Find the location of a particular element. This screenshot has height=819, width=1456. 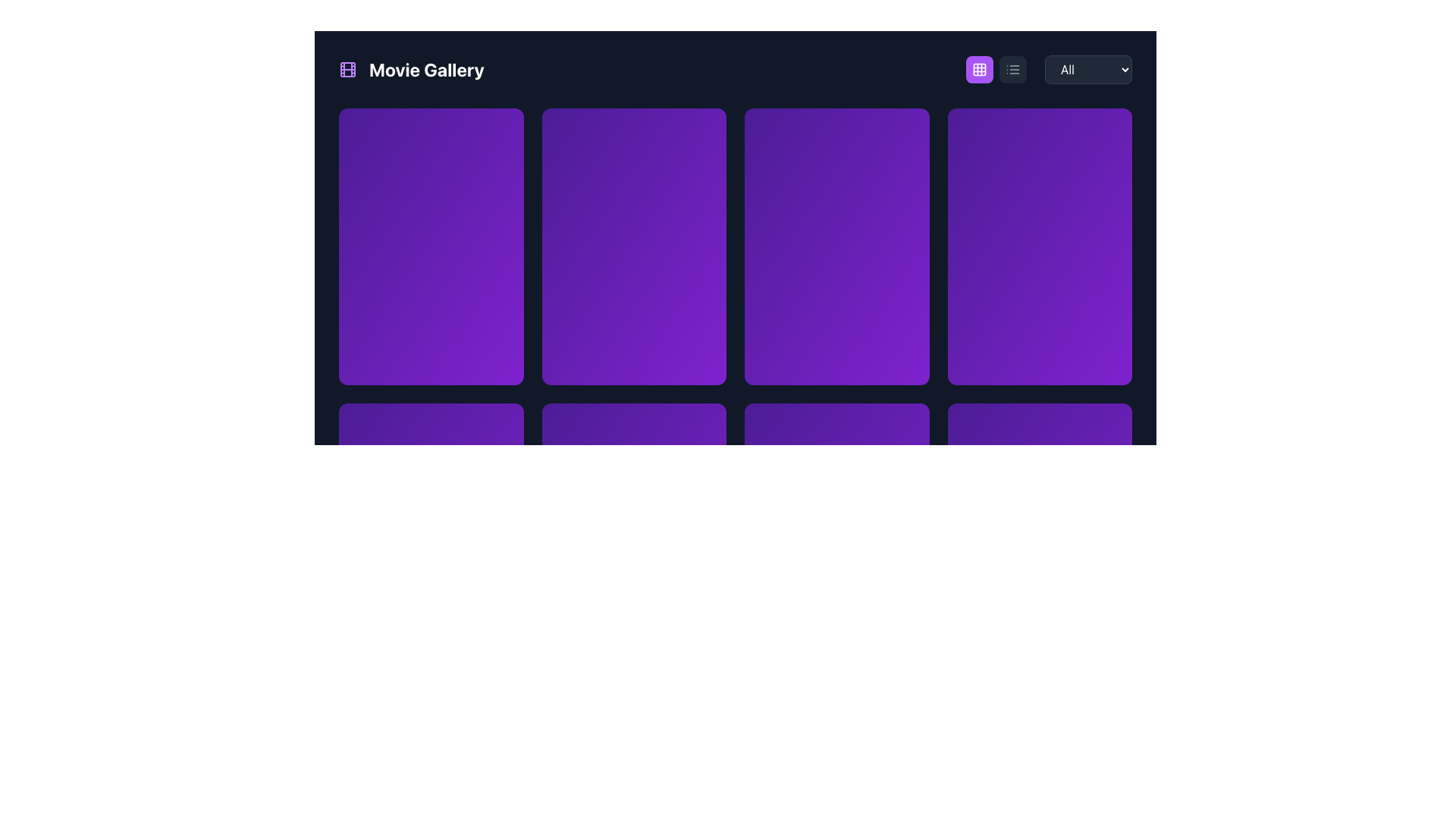

the rightmost dropdown menu in the top navigation bar is located at coordinates (1087, 70).